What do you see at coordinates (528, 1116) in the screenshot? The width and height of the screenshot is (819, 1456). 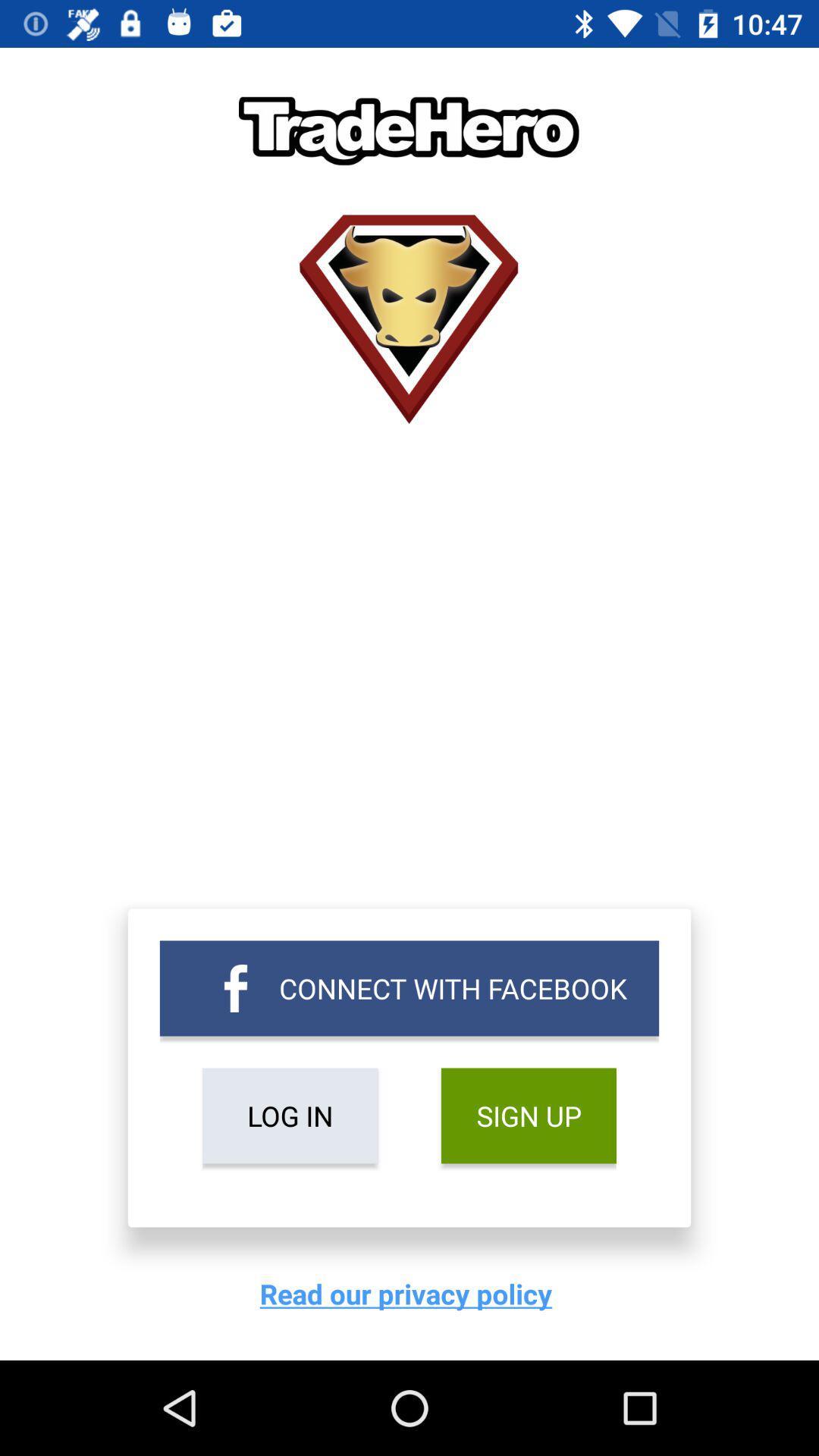 I see `sign up` at bounding box center [528, 1116].